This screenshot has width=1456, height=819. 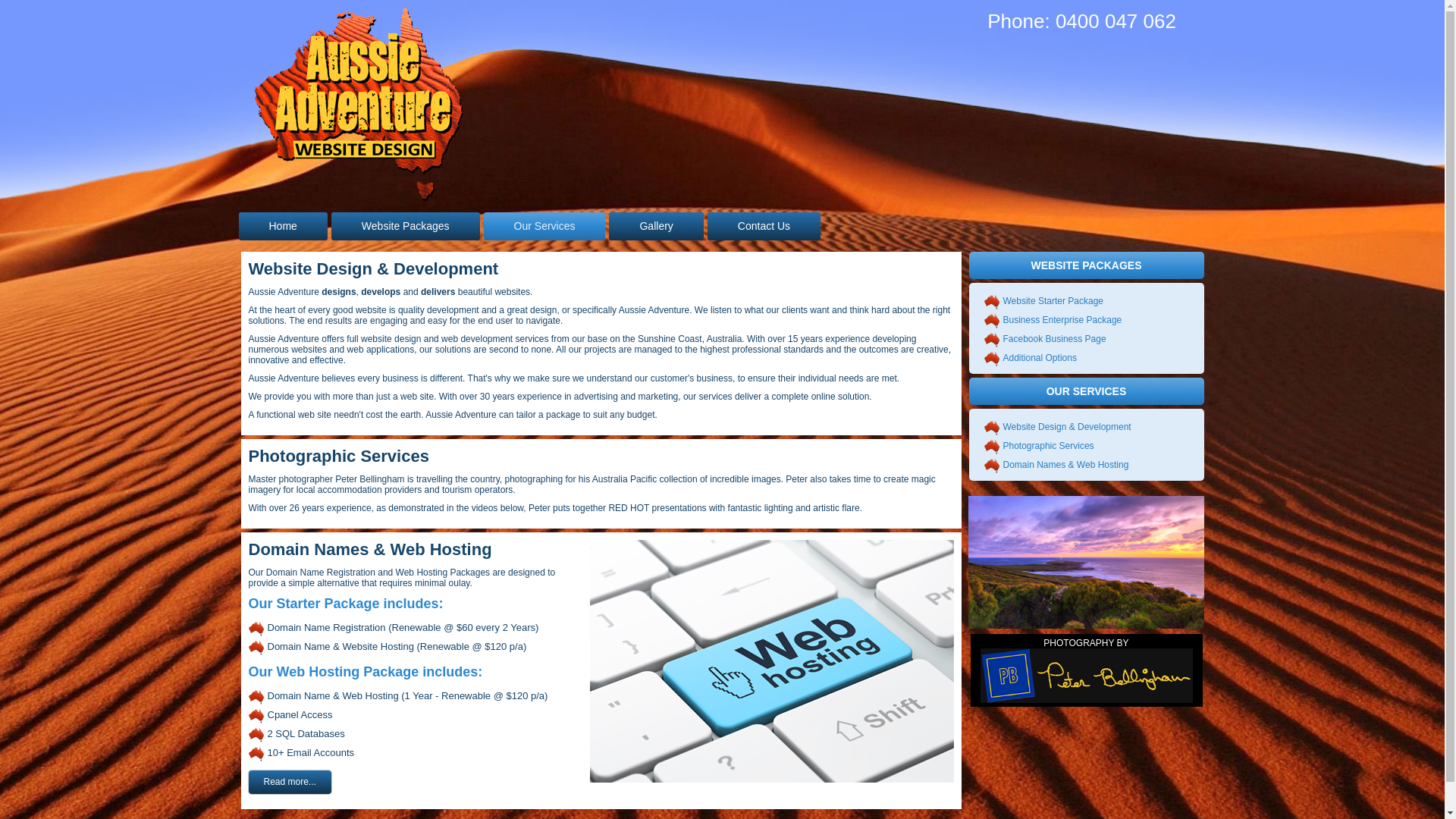 I want to click on 'Contact Us', so click(x=764, y=226).